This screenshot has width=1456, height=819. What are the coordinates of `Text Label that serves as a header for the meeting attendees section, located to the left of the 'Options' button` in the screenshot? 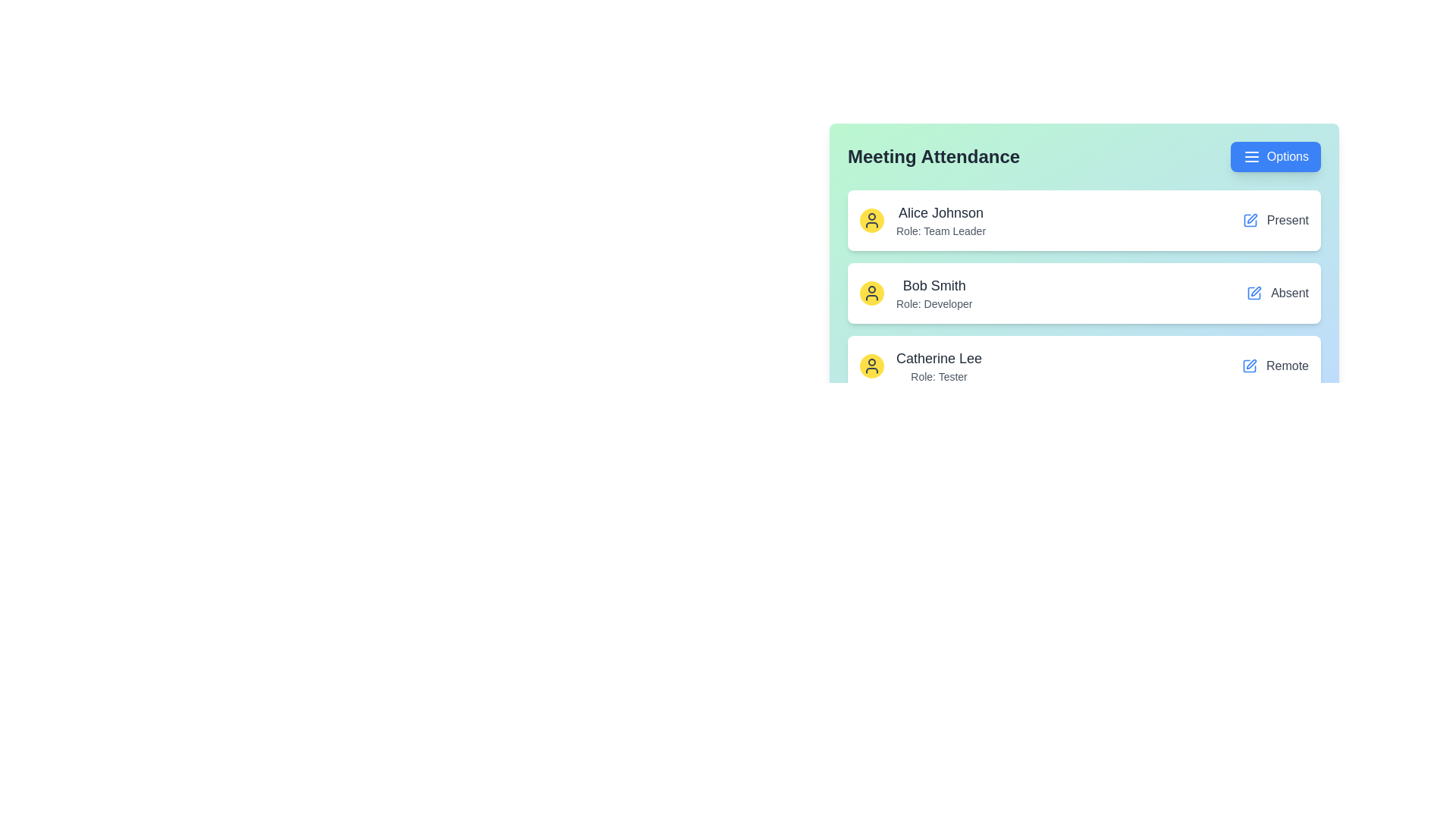 It's located at (933, 157).